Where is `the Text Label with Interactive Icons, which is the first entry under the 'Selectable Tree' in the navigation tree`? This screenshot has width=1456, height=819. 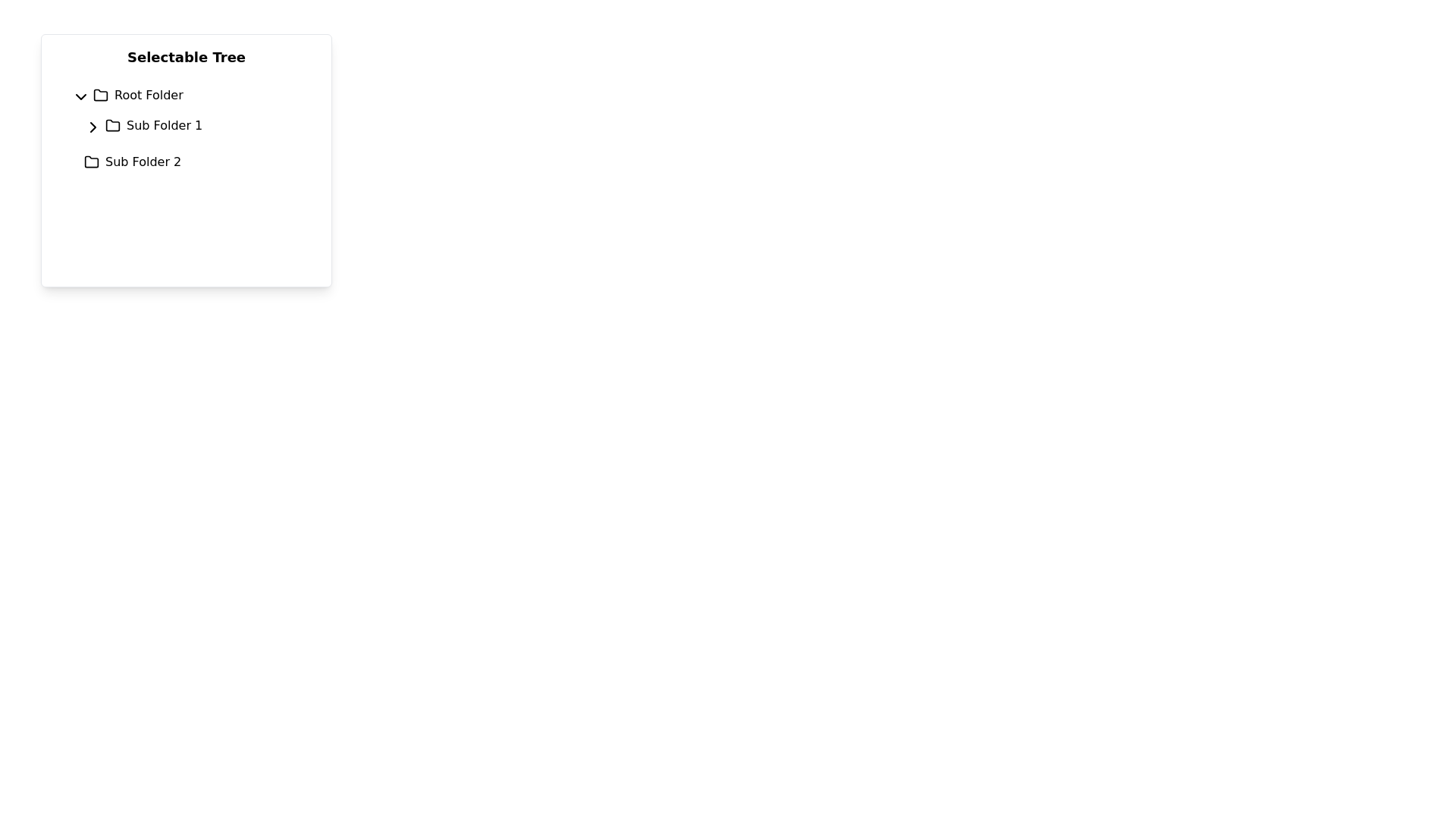 the Text Label with Interactive Icons, which is the first entry under the 'Selectable Tree' in the navigation tree is located at coordinates (198, 124).